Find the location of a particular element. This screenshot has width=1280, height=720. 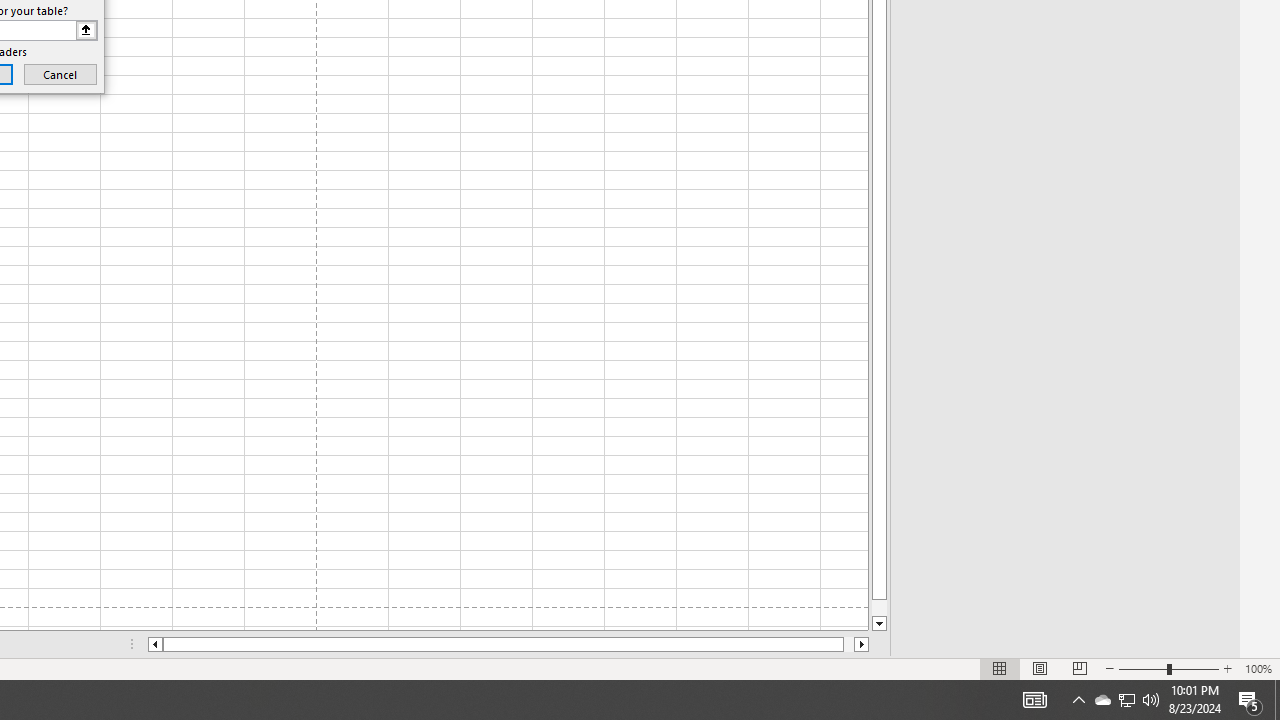

'Normal' is located at coordinates (1000, 669).